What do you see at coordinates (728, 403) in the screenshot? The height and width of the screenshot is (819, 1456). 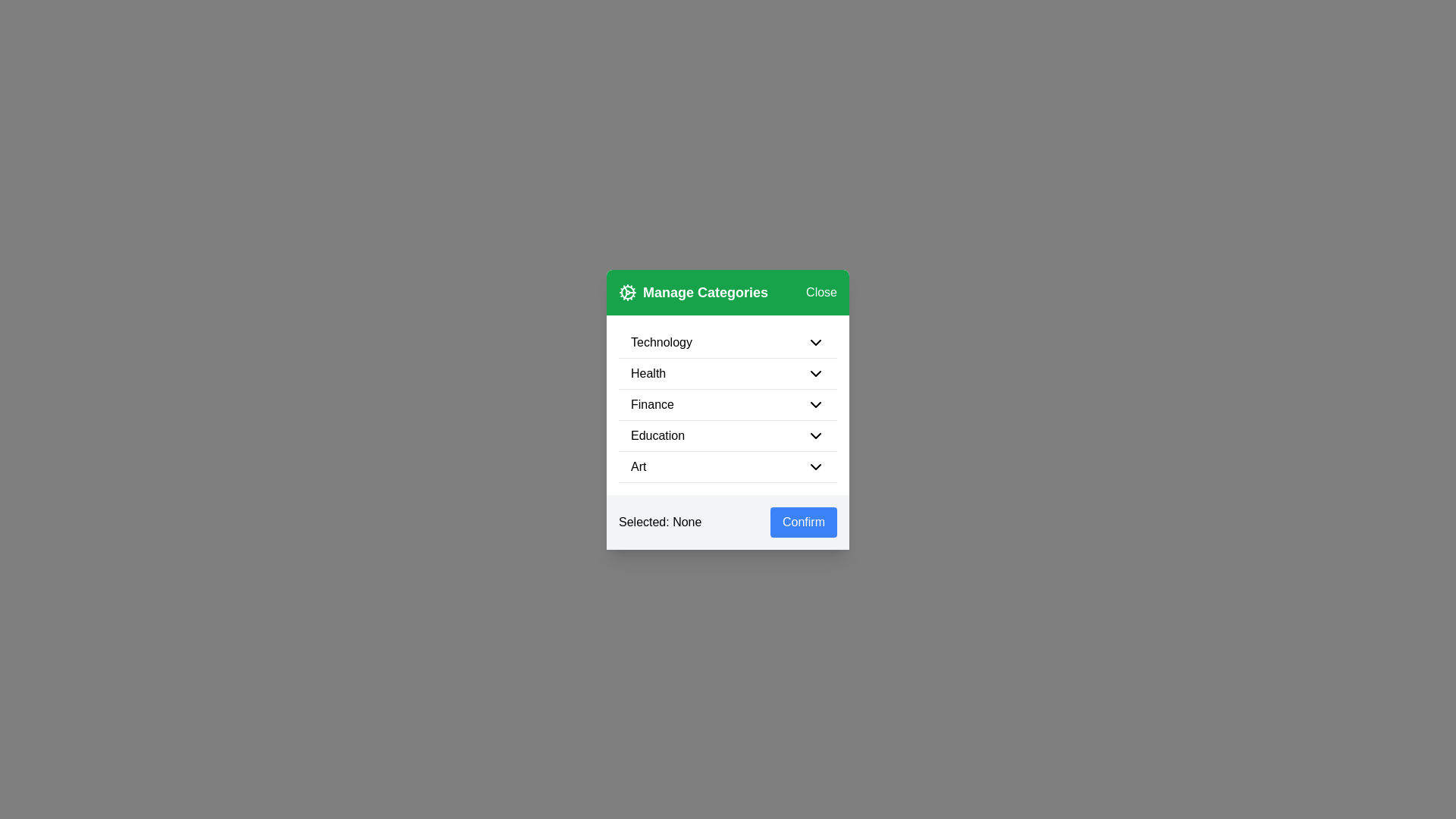 I see `the row corresponding to the category Finance` at bounding box center [728, 403].